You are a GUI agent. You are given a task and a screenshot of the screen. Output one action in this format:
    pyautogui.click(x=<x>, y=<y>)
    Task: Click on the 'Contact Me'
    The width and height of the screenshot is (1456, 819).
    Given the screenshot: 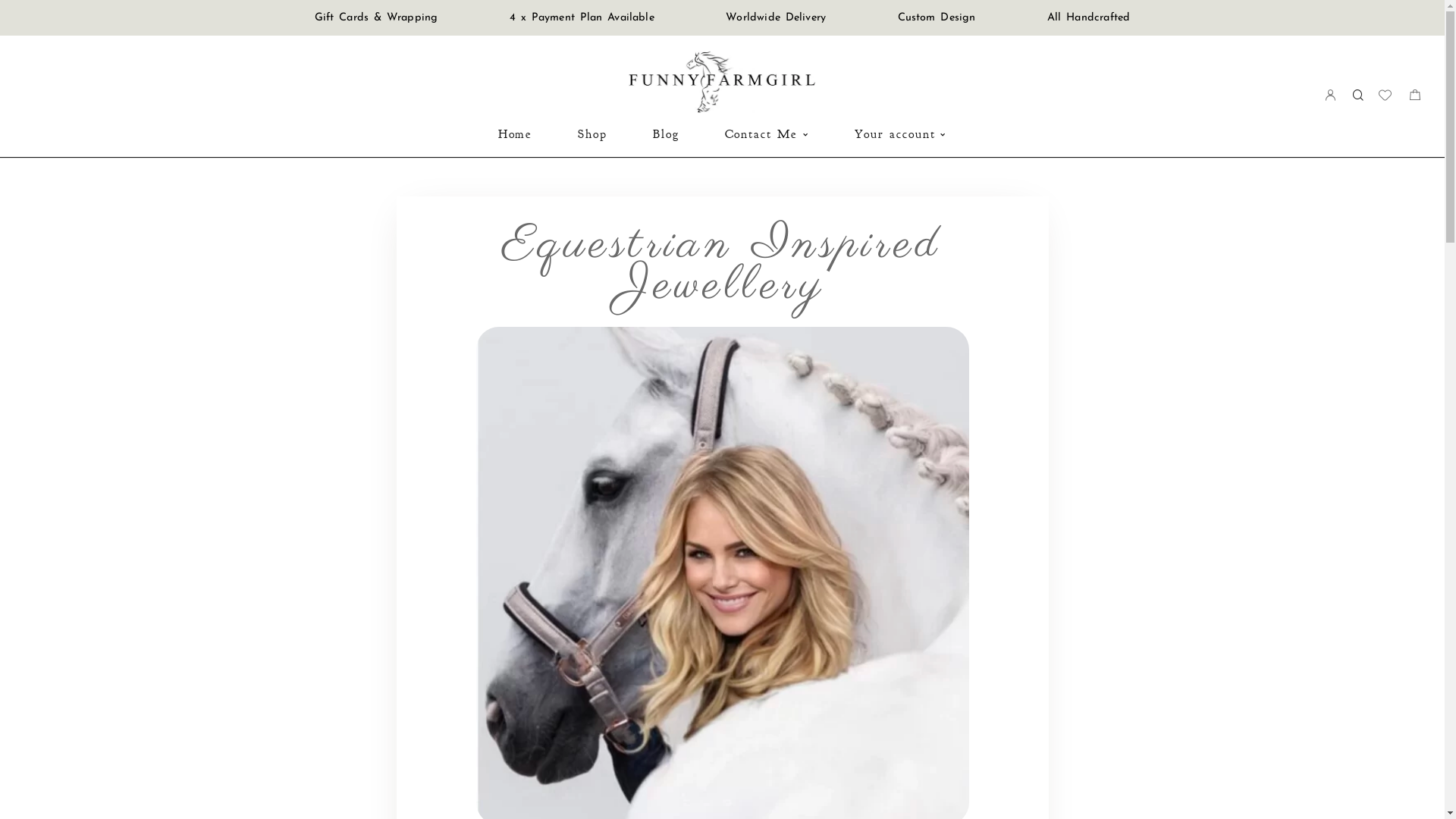 What is the action you would take?
    pyautogui.click(x=767, y=133)
    